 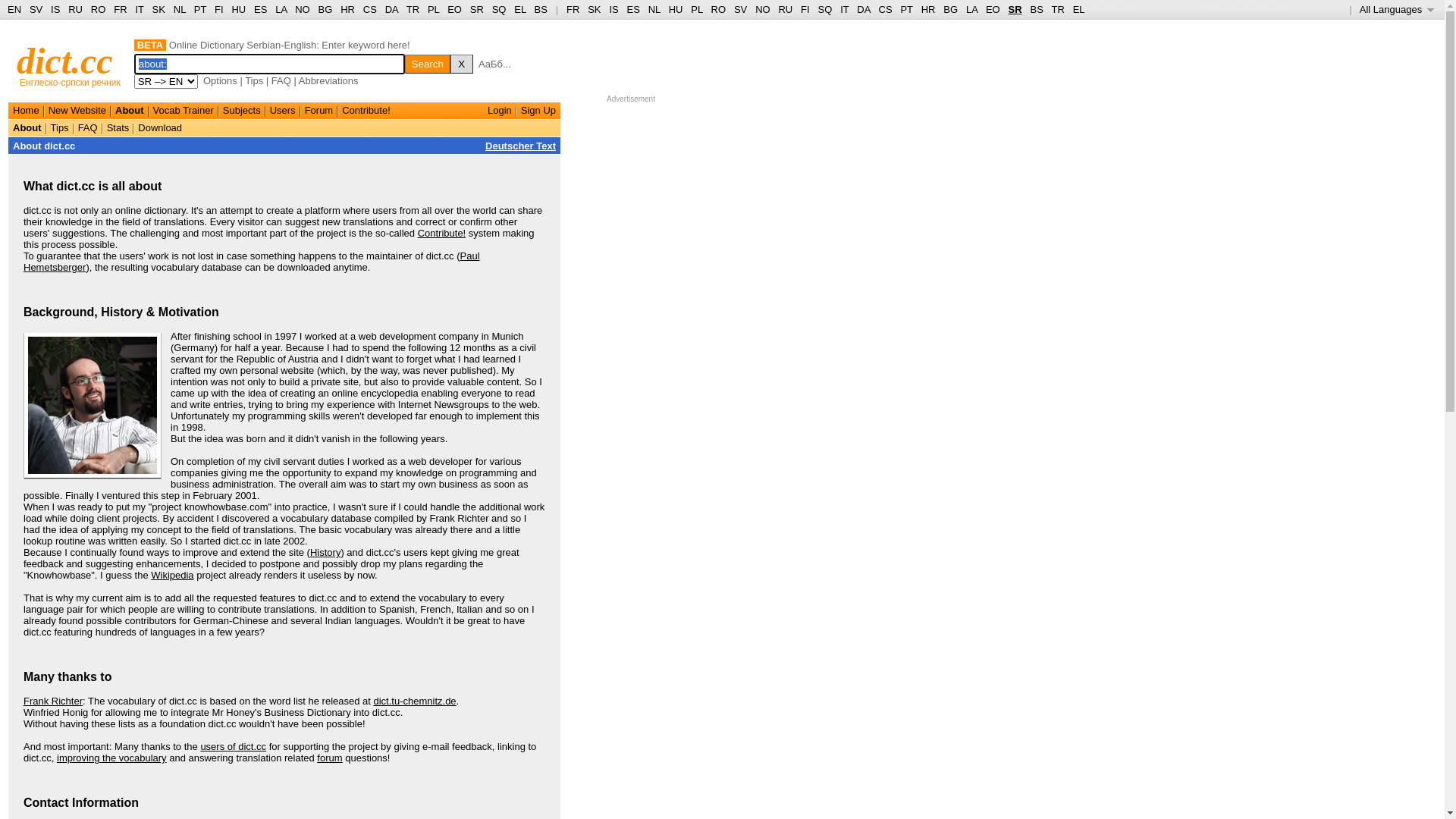 I want to click on 'forum', so click(x=328, y=758).